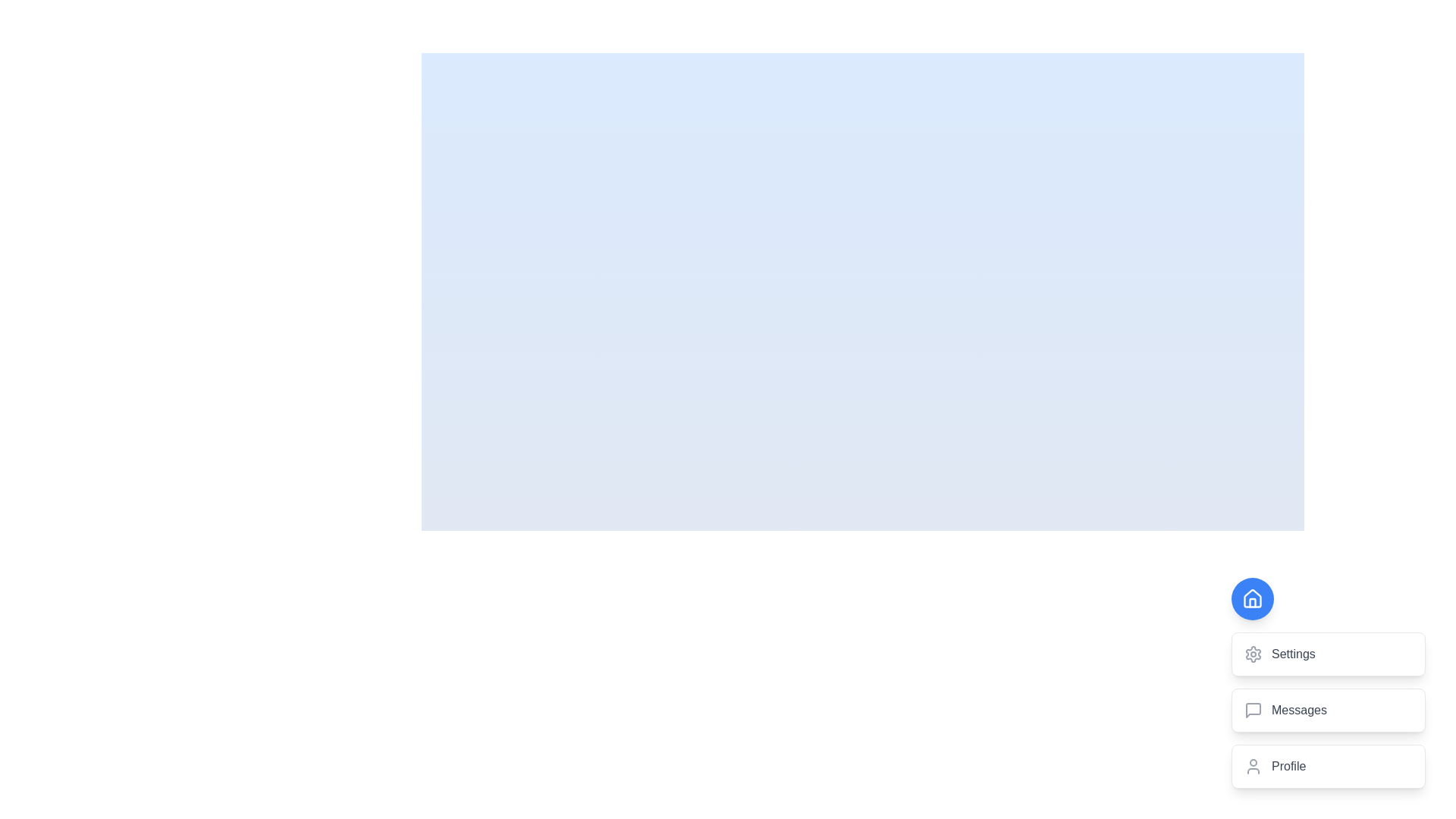  I want to click on the text label representing an option in the settings menu, so click(1292, 654).